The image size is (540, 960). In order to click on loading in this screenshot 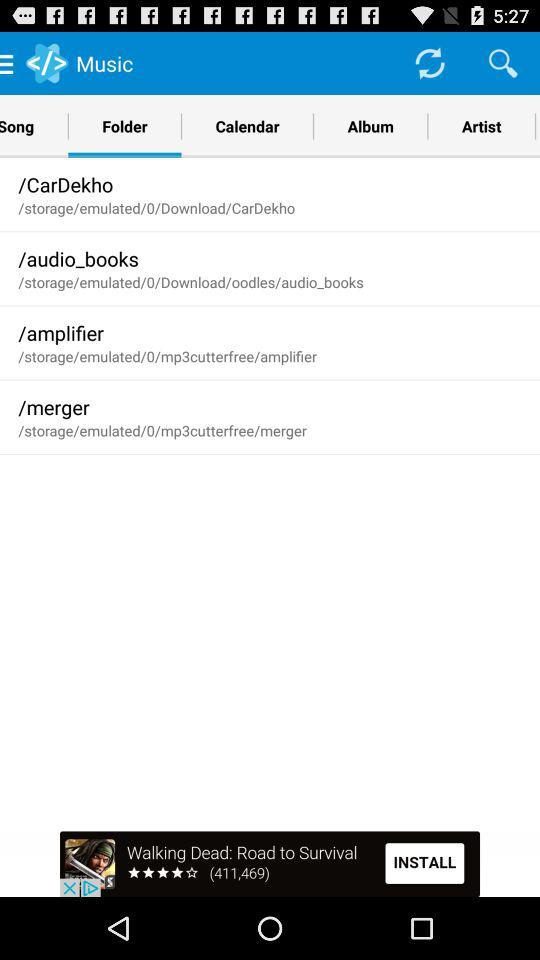, I will do `click(428, 62)`.